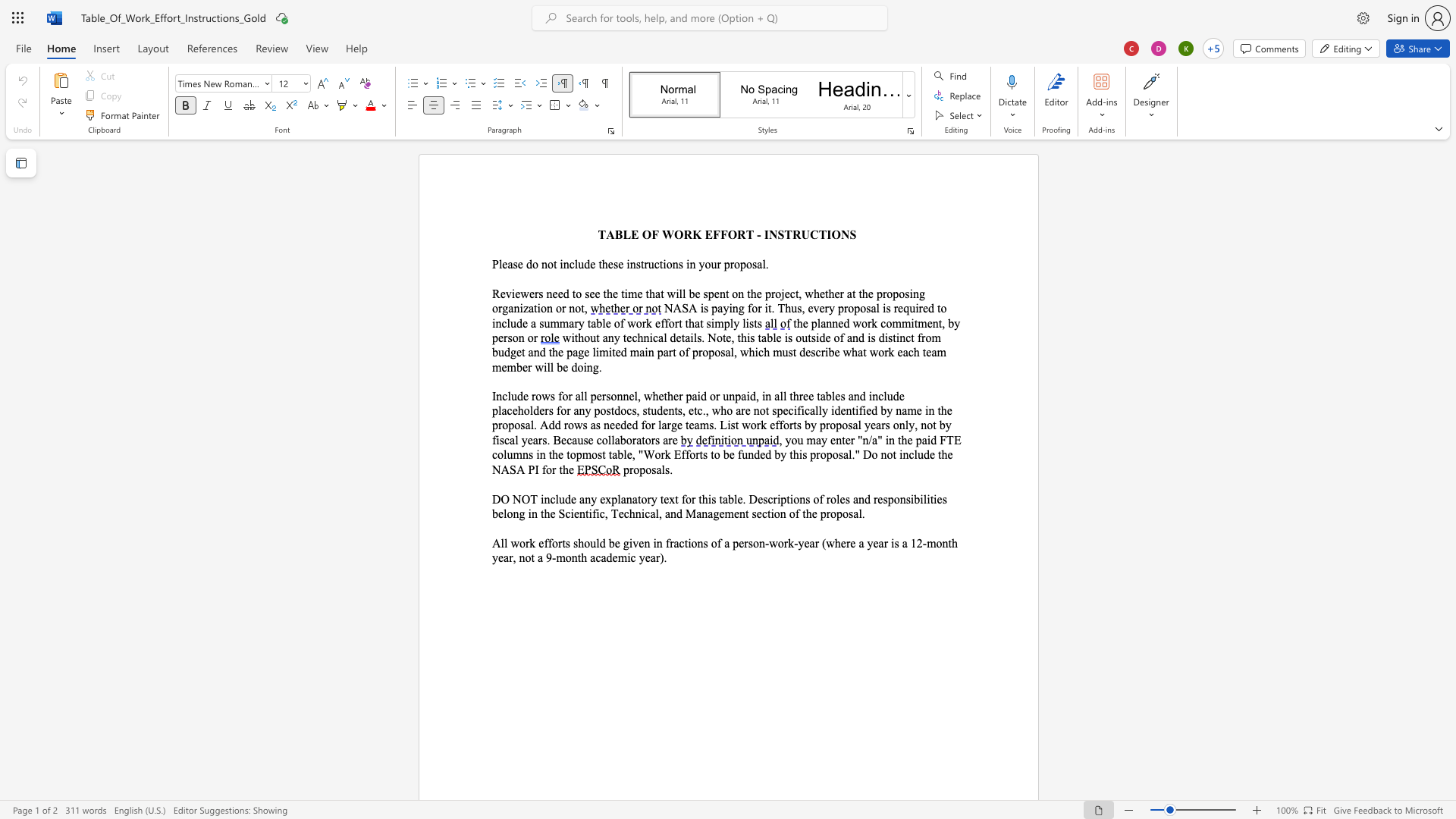  What do you see at coordinates (640, 263) in the screenshot?
I see `the space between the continuous character "s" and "t" in the text` at bounding box center [640, 263].